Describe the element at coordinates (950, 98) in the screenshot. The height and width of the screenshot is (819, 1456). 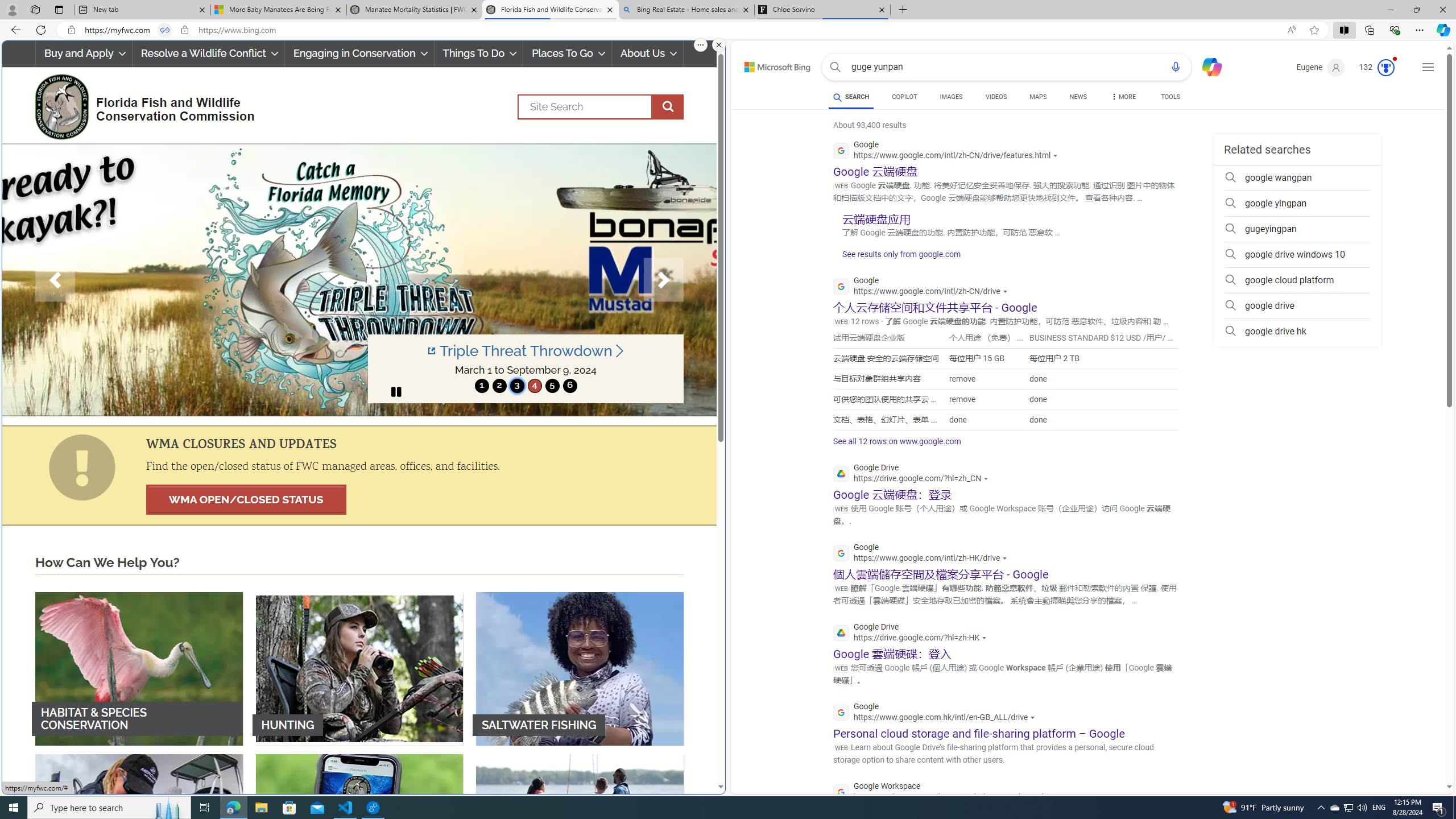
I see `'IMAGES'` at that location.